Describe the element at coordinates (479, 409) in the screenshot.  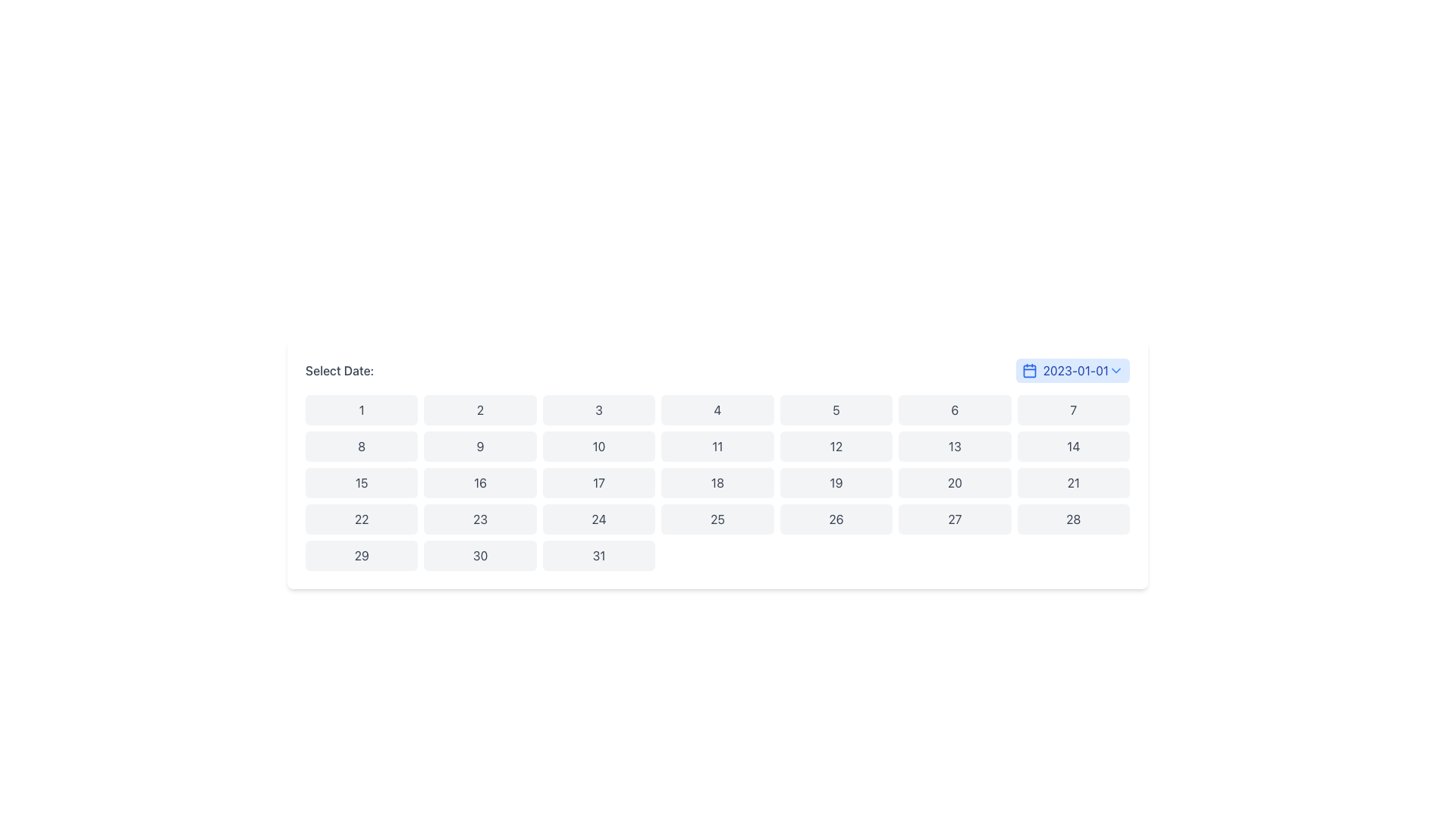
I see `the button labeled '2' in the grid calendar interface to trigger hover effects` at that location.